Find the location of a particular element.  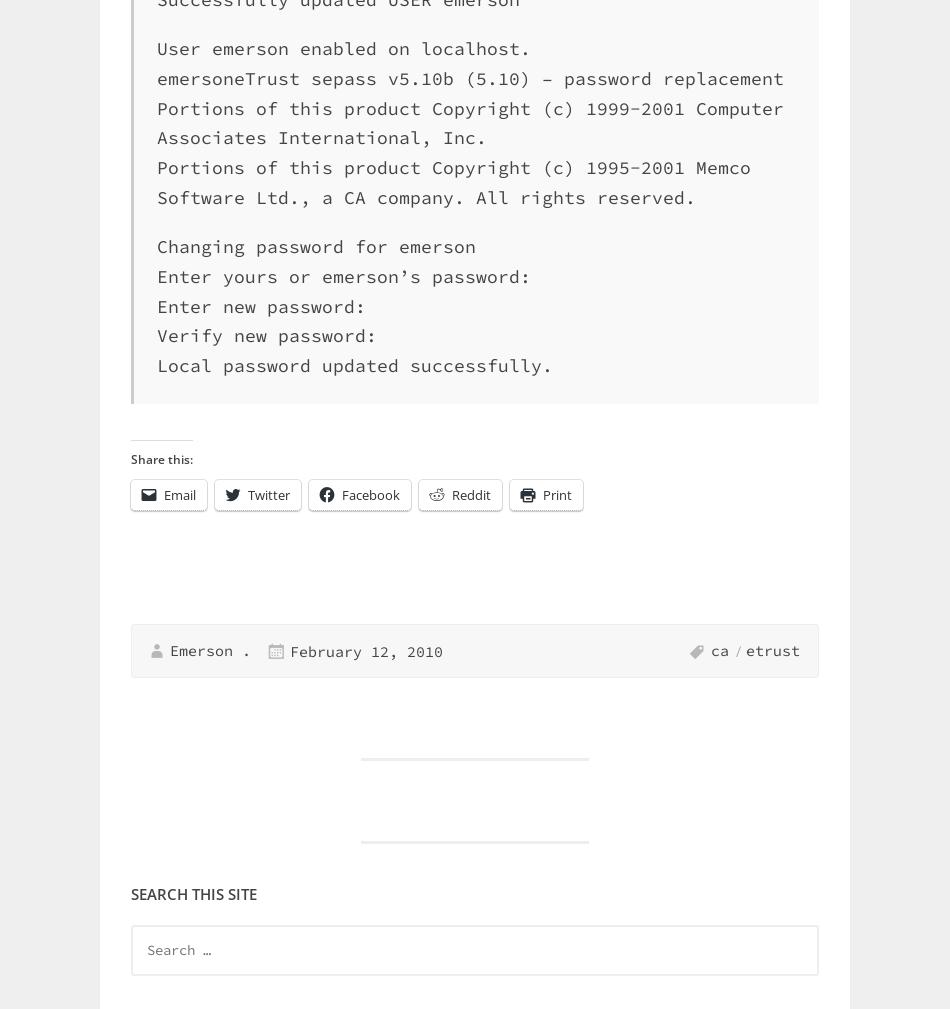

'Print' is located at coordinates (557, 494).